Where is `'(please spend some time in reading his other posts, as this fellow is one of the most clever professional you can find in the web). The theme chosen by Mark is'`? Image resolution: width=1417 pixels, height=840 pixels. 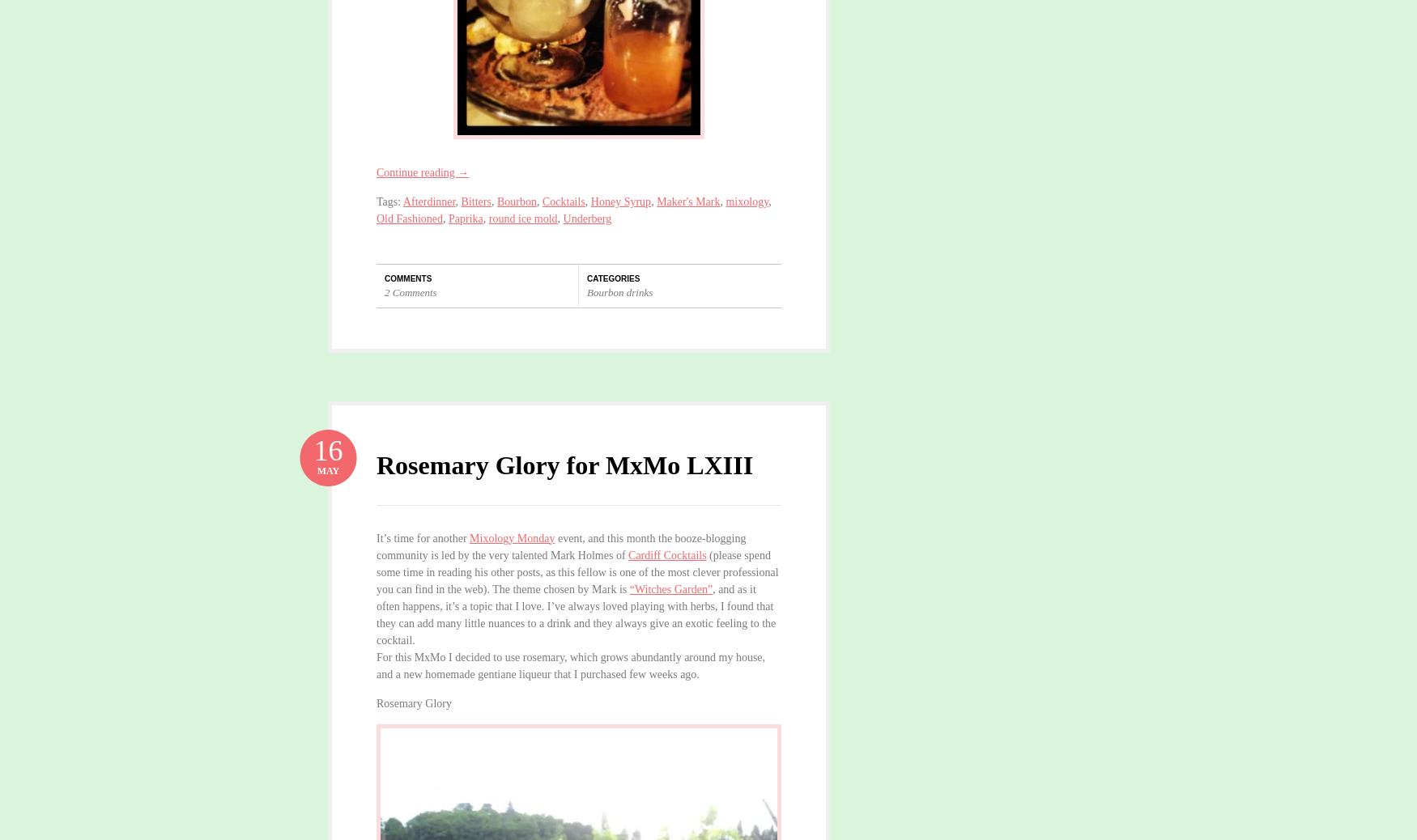 '(please spend some time in reading his other posts, as this fellow is one of the most clever professional you can find in the web). The theme chosen by Mark is' is located at coordinates (577, 571).